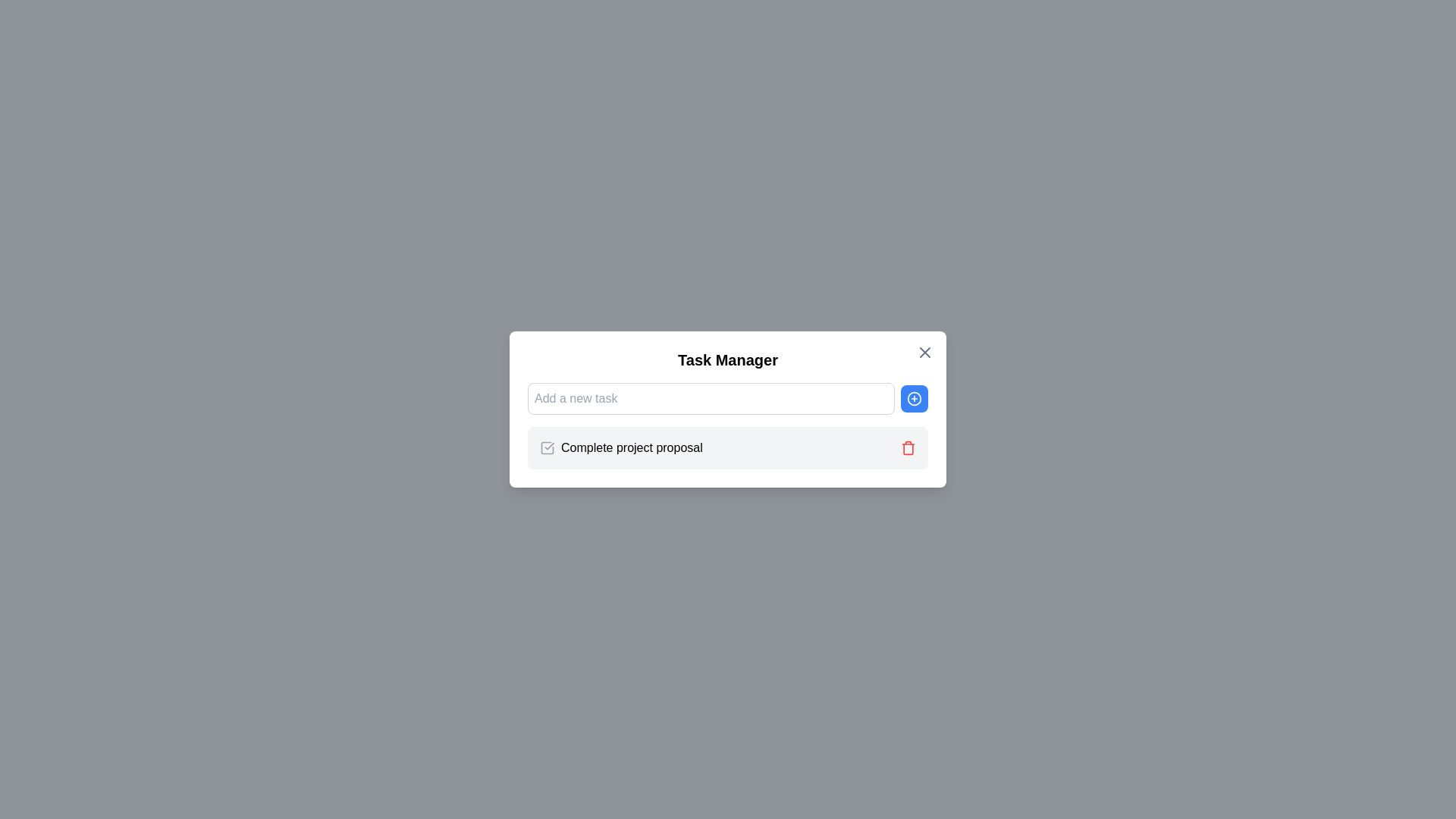 This screenshot has height=819, width=1456. What do you see at coordinates (924, 353) in the screenshot?
I see `the close button styled as a gray 'X' icon located at the top-right corner of the 'Task Manager' modal` at bounding box center [924, 353].